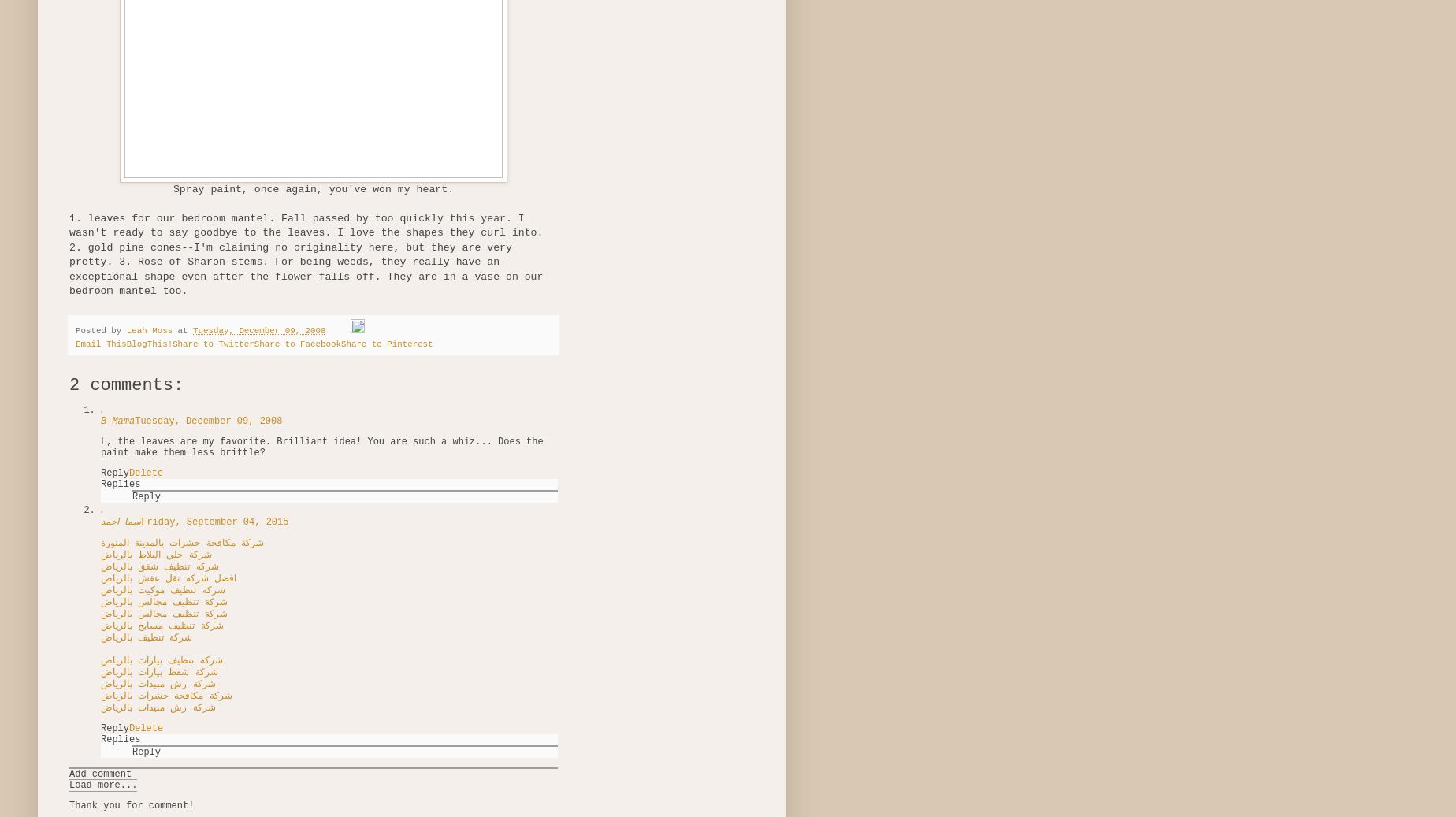 Image resolution: width=1456 pixels, height=817 pixels. I want to click on 'Share to Pinterest', so click(386, 343).